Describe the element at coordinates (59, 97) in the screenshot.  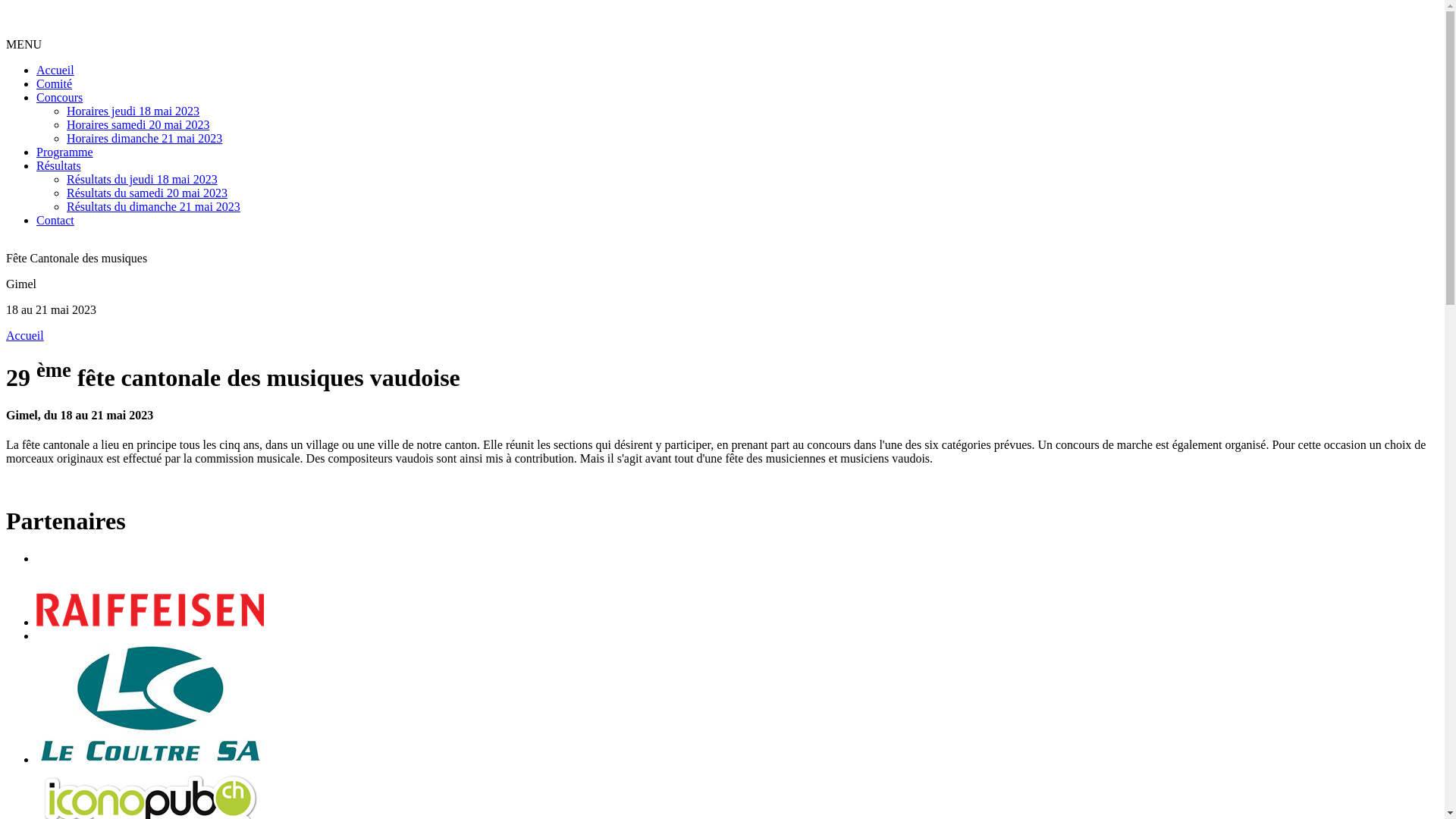
I see `'Concours'` at that location.